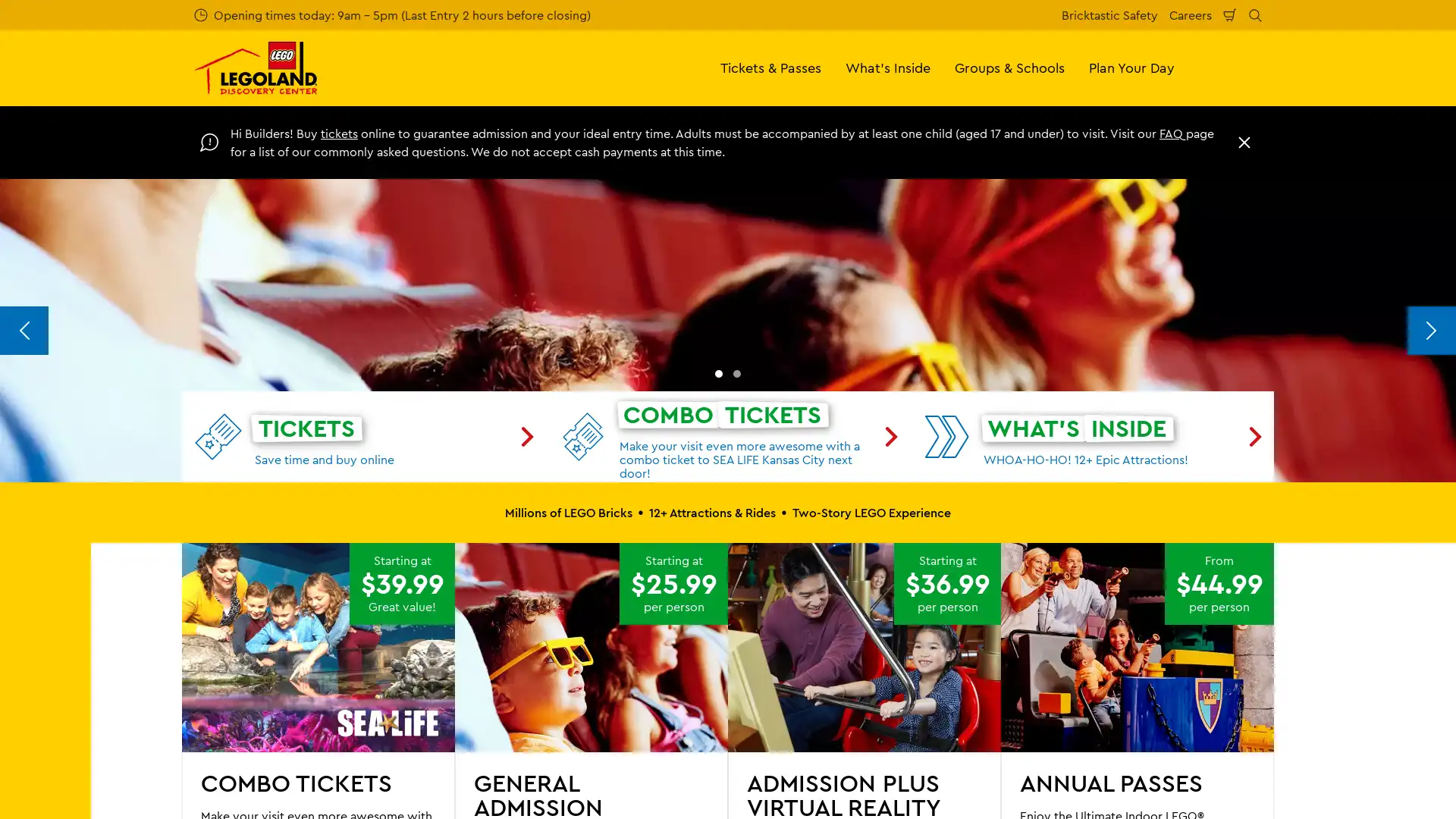 This screenshot has height=819, width=1456. What do you see at coordinates (1009, 67) in the screenshot?
I see `Groups & Schools` at bounding box center [1009, 67].